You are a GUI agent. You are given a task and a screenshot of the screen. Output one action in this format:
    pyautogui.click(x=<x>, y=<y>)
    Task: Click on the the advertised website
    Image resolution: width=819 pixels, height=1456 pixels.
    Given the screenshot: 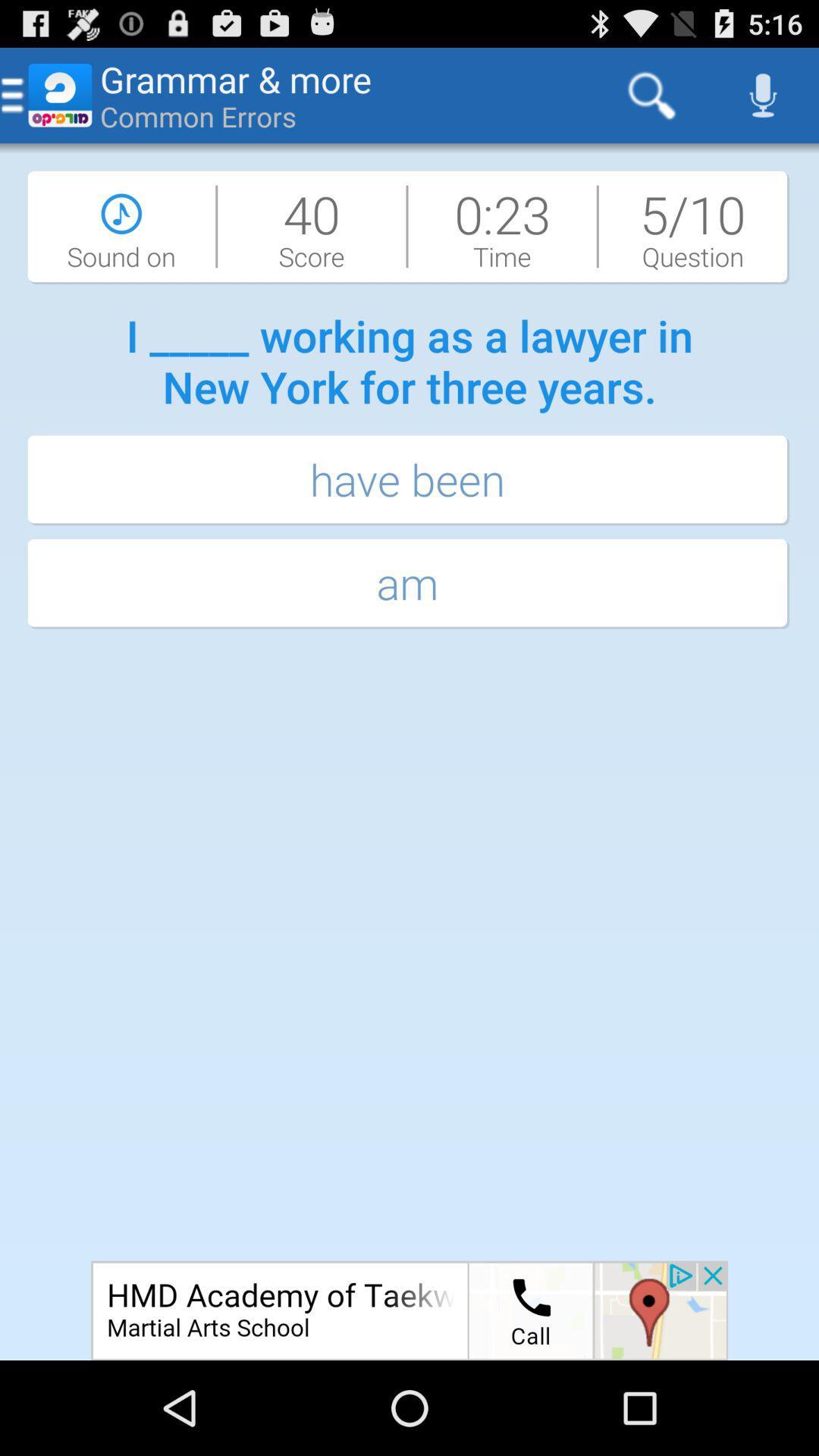 What is the action you would take?
    pyautogui.click(x=409, y=1310)
    